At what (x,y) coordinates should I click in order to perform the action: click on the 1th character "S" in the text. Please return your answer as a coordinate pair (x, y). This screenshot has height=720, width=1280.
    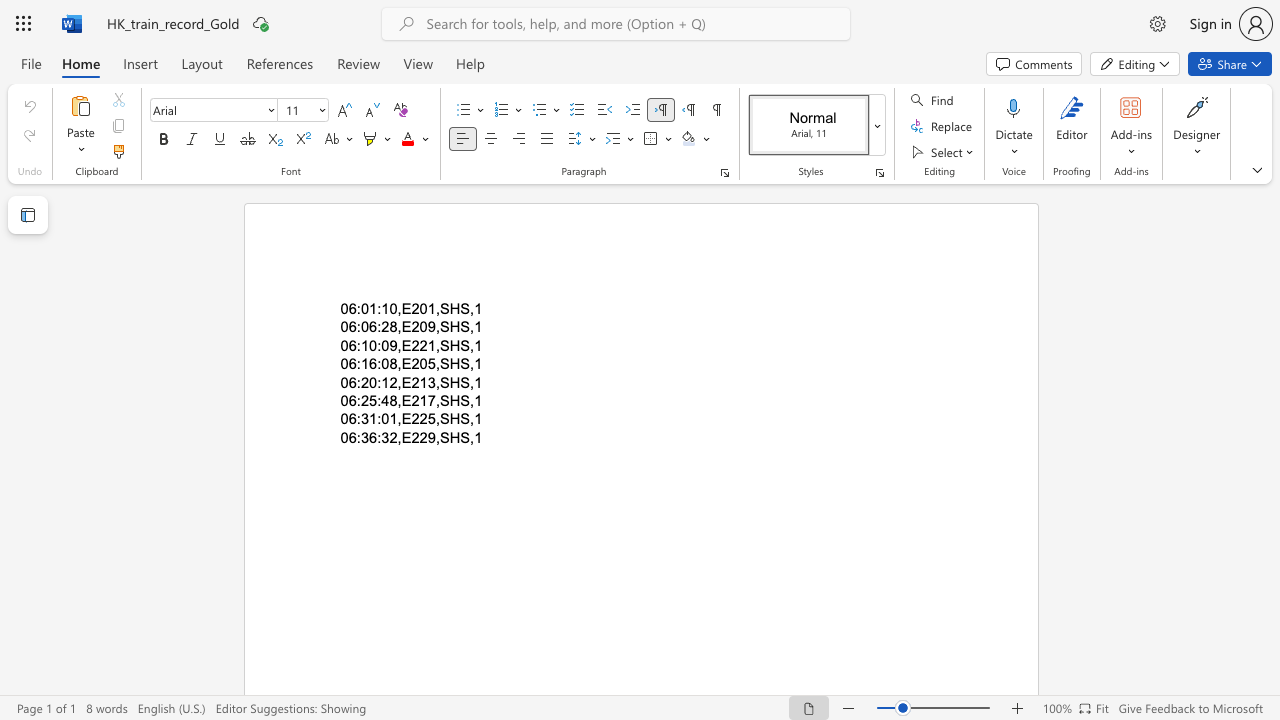
    Looking at the image, I should click on (443, 364).